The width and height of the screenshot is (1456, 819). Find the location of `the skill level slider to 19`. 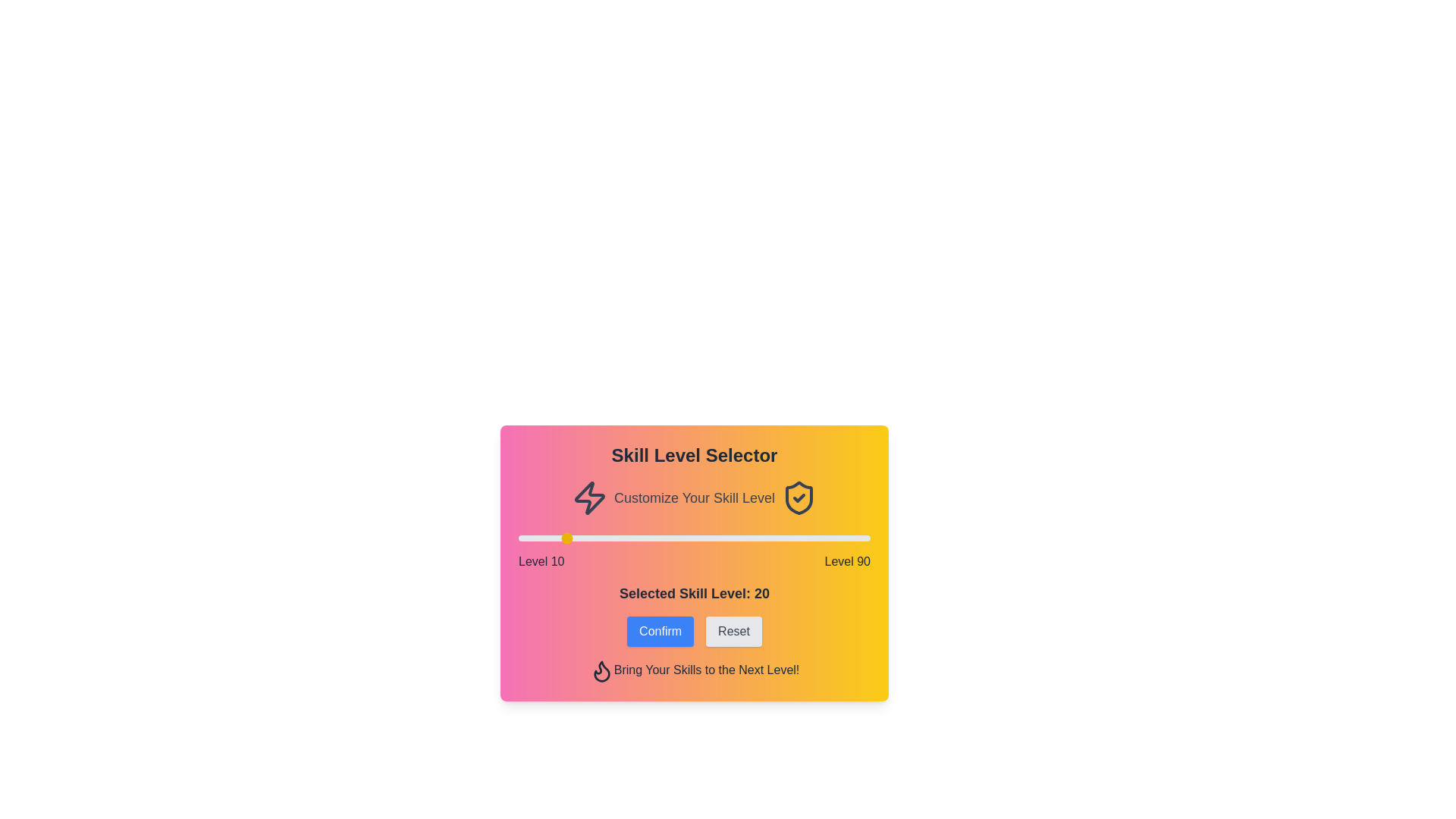

the skill level slider to 19 is located at coordinates (557, 537).